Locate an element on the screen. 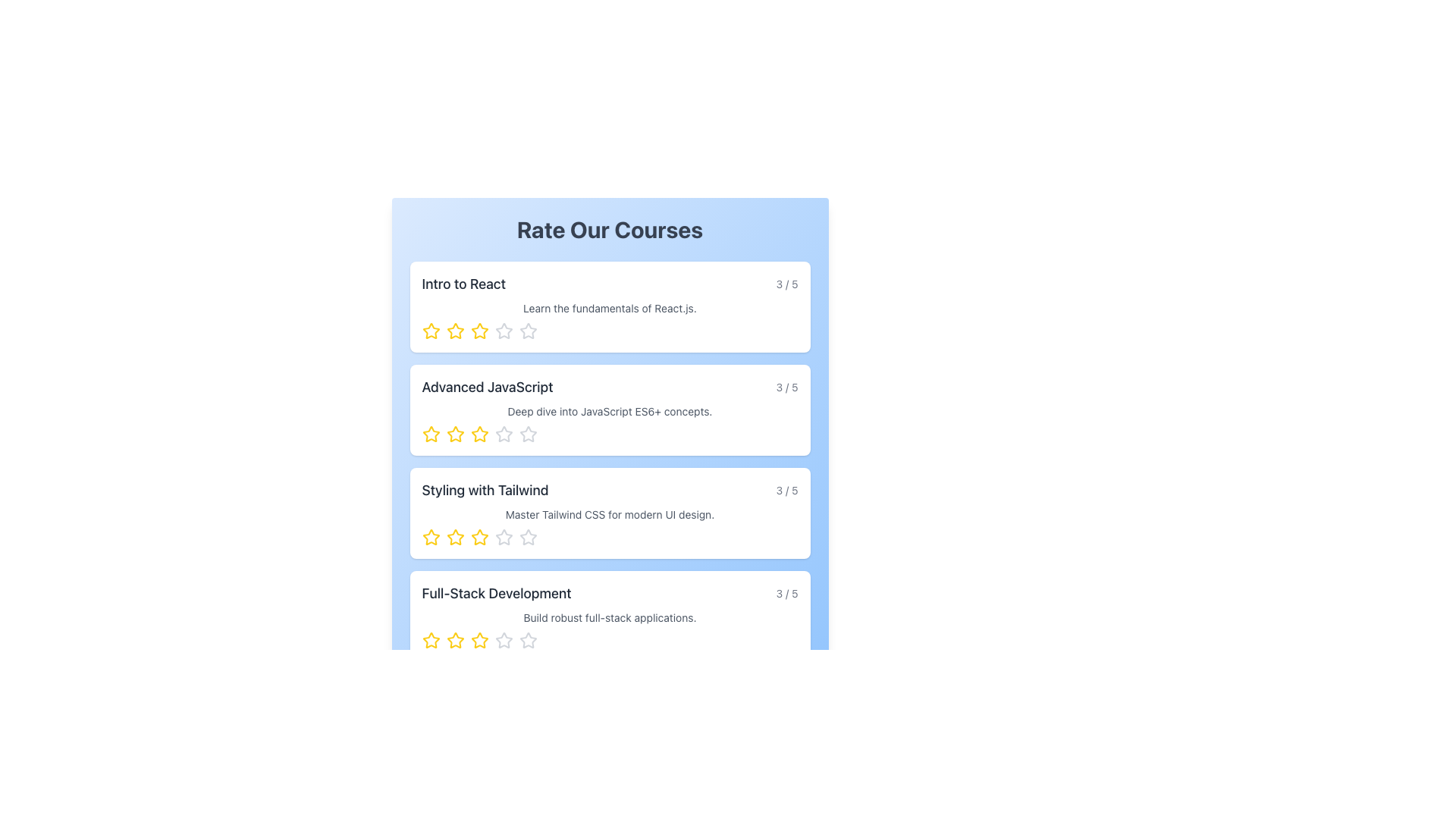  the text label that reads 'Full-Stack Development', which is styled with a medium font weight and dark gray color, located in the left portion of a horizontal row as the fourth item in a vertically stacked list of courses is located at coordinates (497, 593).